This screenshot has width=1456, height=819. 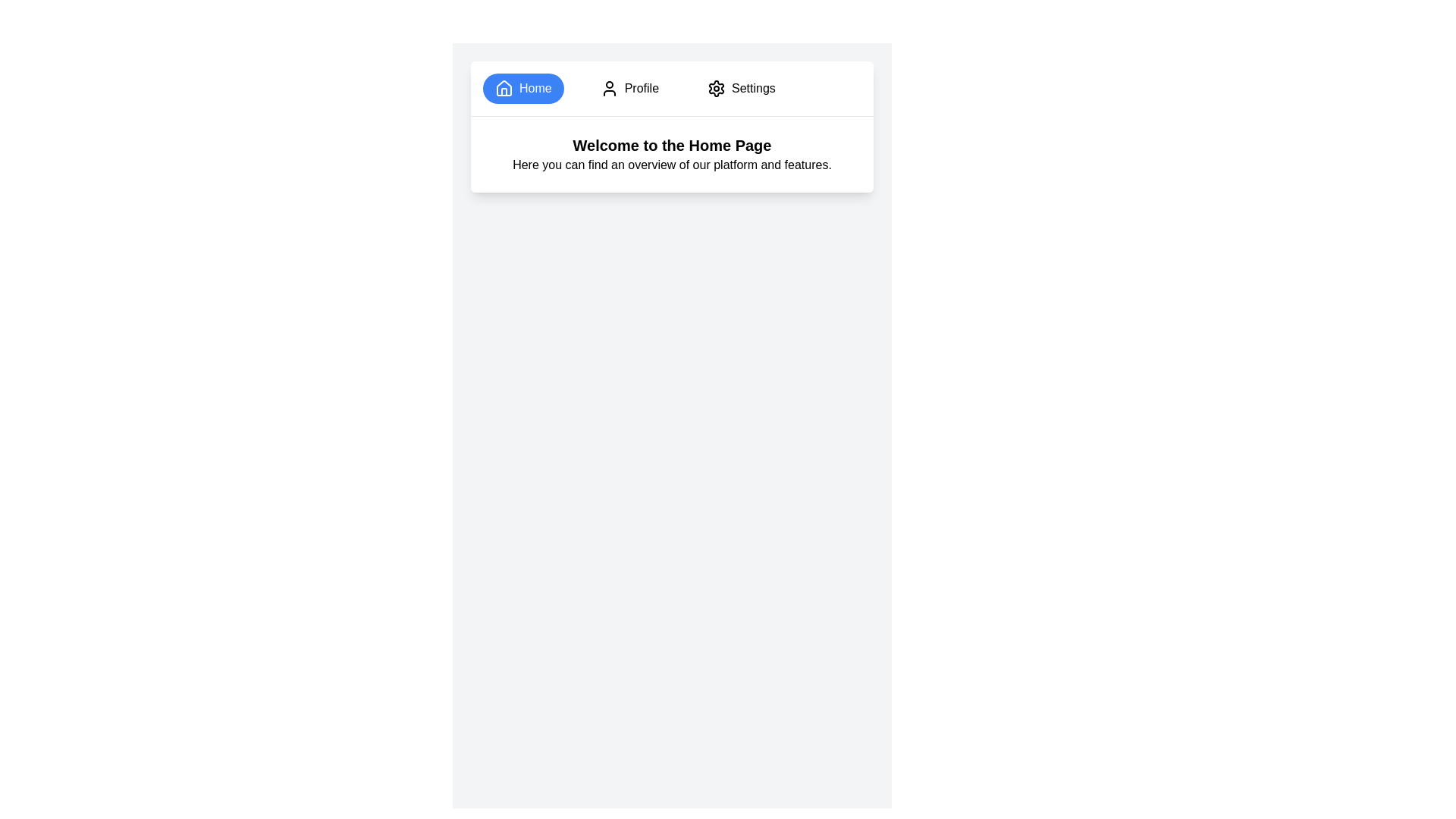 I want to click on the 'Home' icon located in the navigation bar, which signifies the homepage of the application, so click(x=504, y=88).